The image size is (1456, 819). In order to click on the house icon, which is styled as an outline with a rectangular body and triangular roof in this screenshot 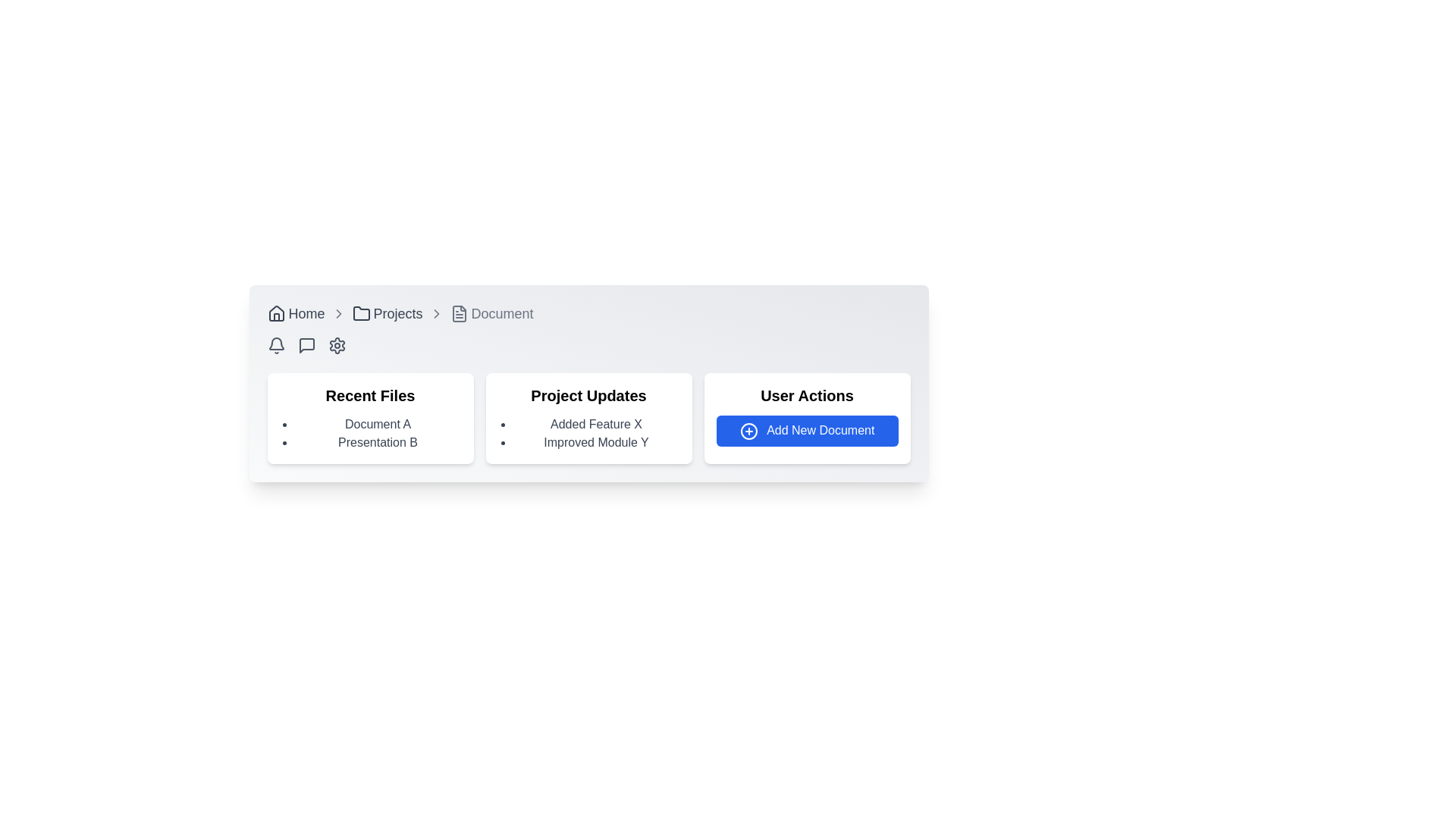, I will do `click(276, 312)`.